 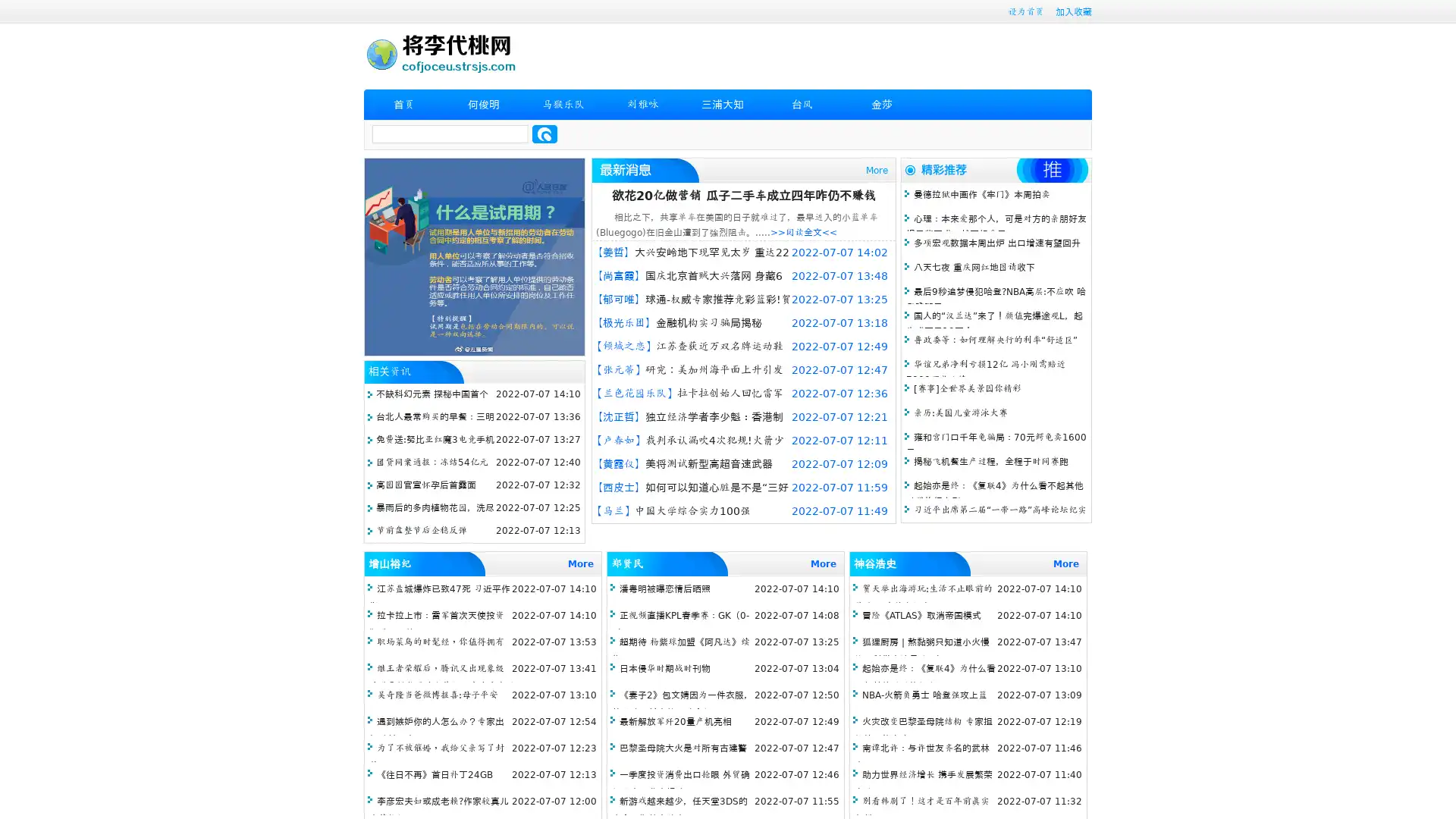 I want to click on Search, so click(x=544, y=133).